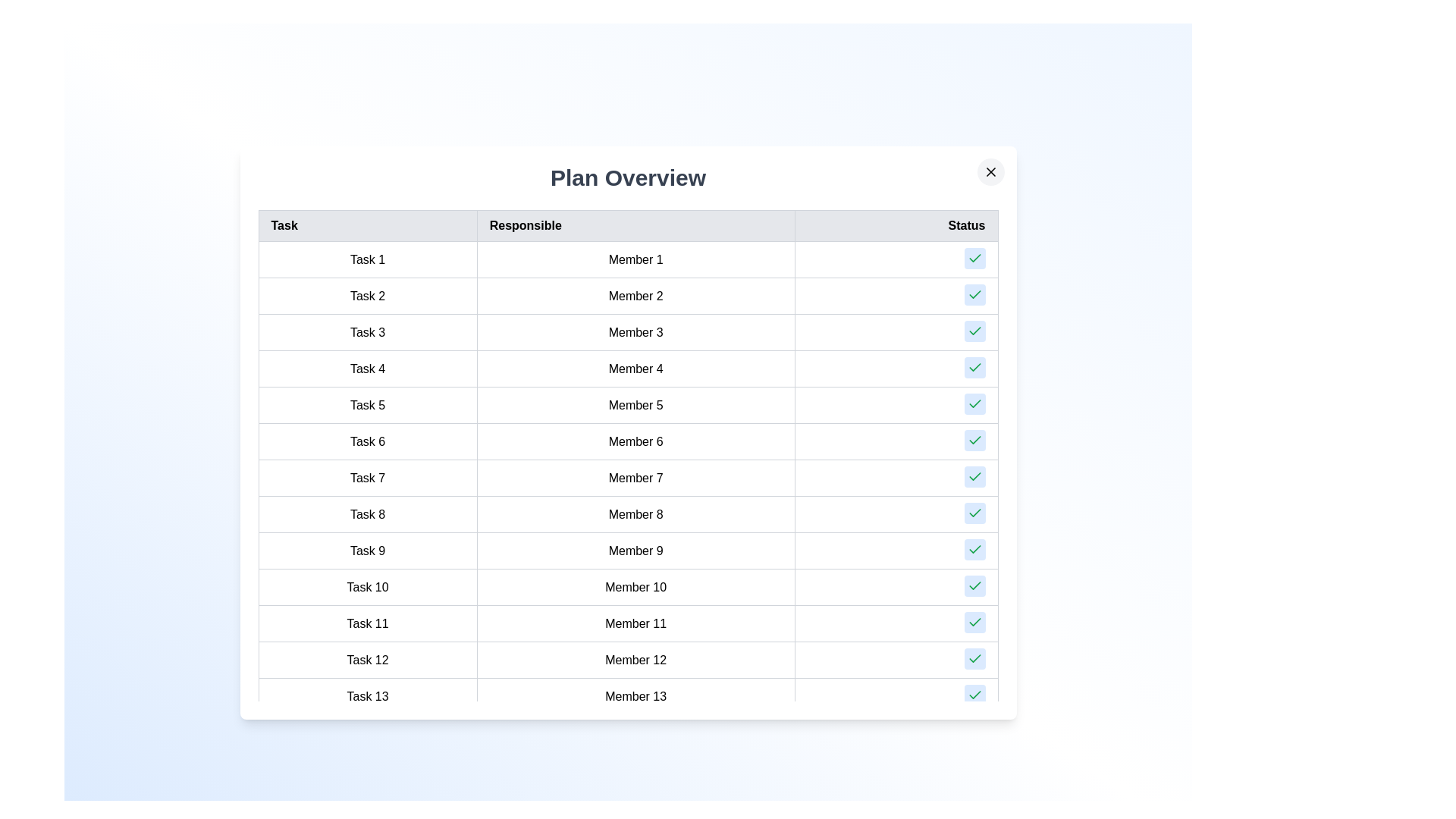 This screenshot has width=1456, height=819. Describe the element at coordinates (974, 623) in the screenshot. I see `the 'Check' button for task 11 to mark it as completed` at that location.